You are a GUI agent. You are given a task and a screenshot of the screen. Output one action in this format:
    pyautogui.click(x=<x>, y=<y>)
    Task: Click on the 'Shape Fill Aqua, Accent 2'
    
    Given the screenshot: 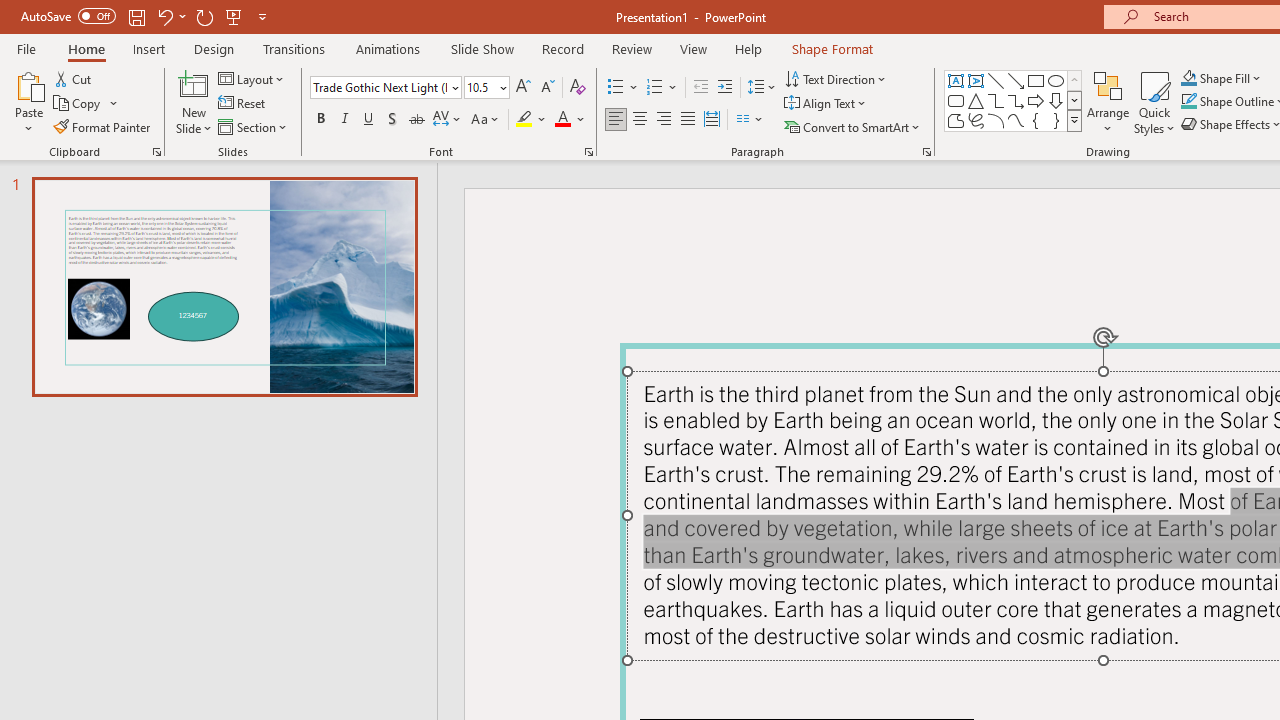 What is the action you would take?
    pyautogui.click(x=1189, y=77)
    